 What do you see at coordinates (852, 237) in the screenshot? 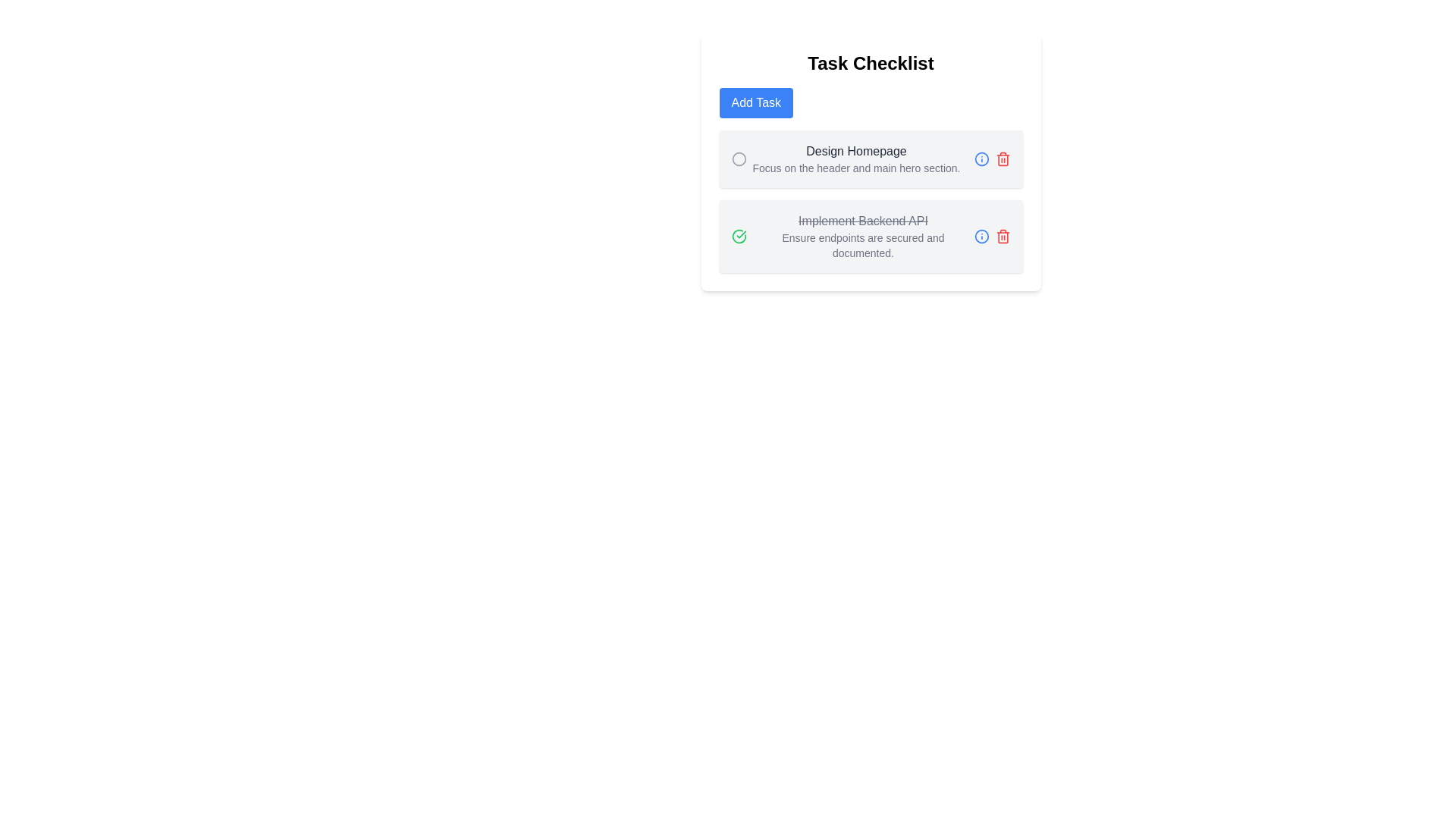
I see `the Task Item Description Field that features a strikethrough title 'Implement Backend API' and a subtitle 'Ensure endpoints are secured and documented.' to interact with it` at bounding box center [852, 237].